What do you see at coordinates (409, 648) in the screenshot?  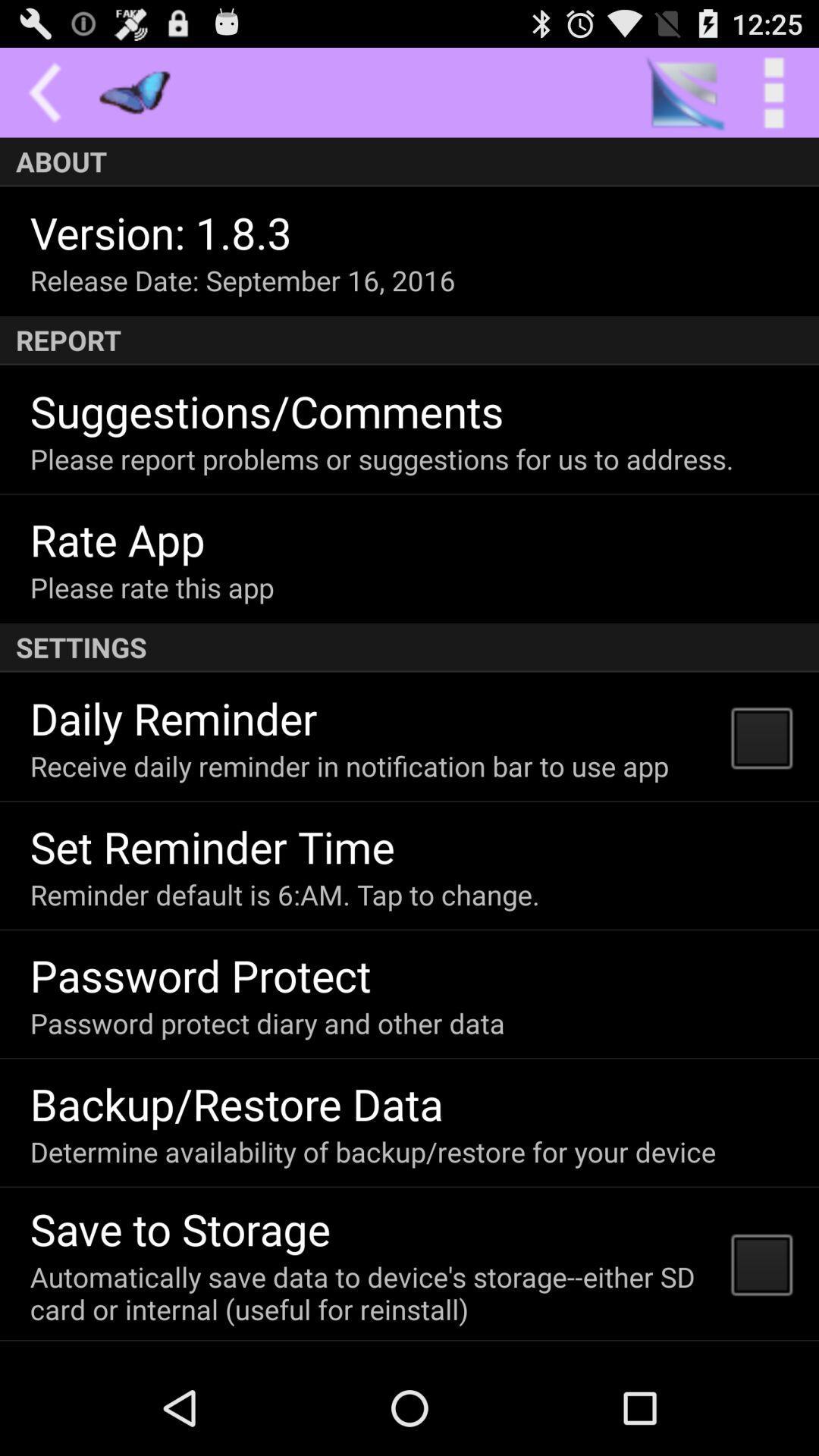 I see `the icon below please rate this app` at bounding box center [409, 648].